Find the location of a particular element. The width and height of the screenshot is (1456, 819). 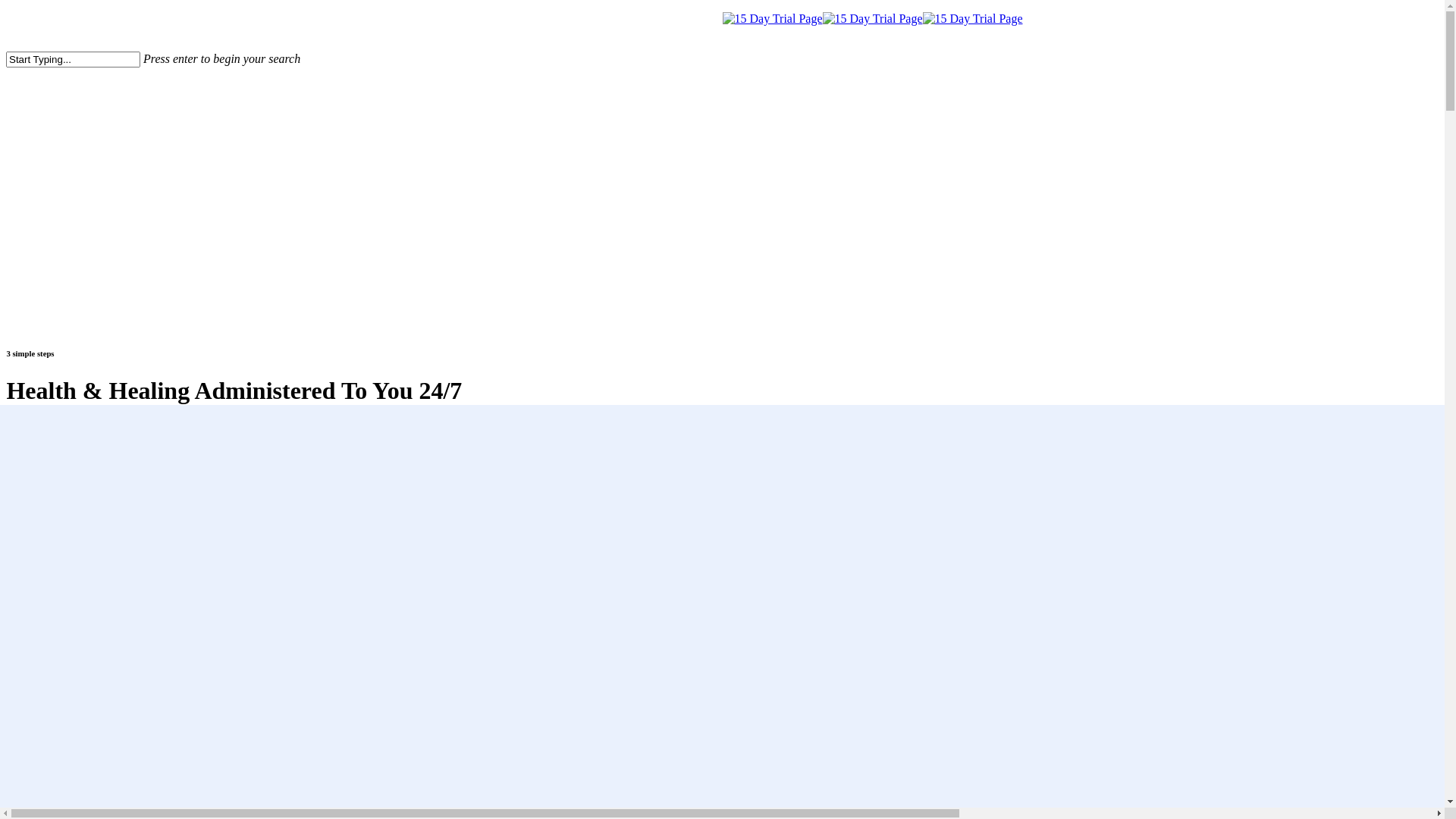

'Skip to main content' is located at coordinates (5, 11).